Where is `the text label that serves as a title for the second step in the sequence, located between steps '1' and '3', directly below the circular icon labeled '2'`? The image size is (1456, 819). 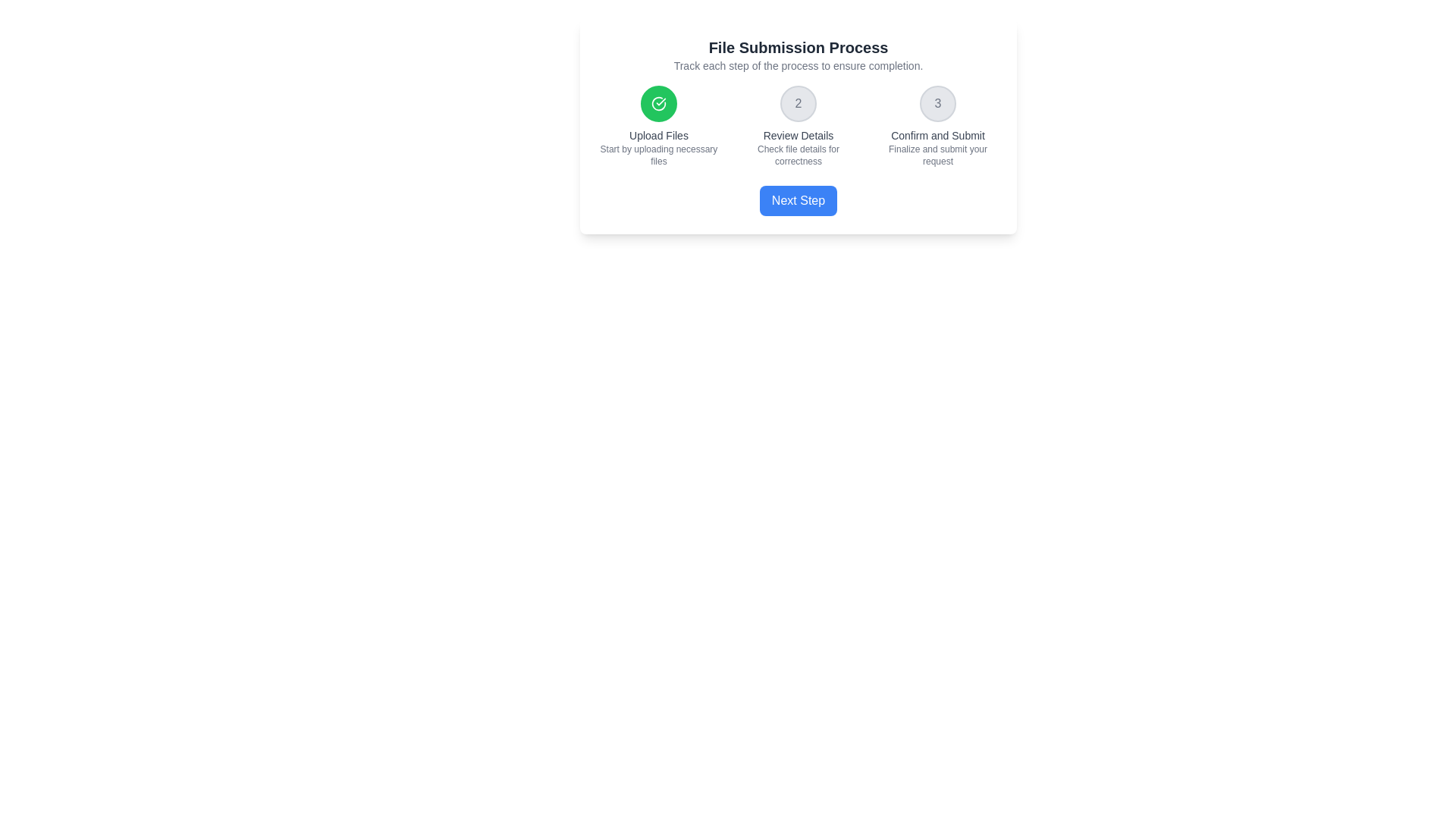 the text label that serves as a title for the second step in the sequence, located between steps '1' and '3', directly below the circular icon labeled '2' is located at coordinates (797, 134).